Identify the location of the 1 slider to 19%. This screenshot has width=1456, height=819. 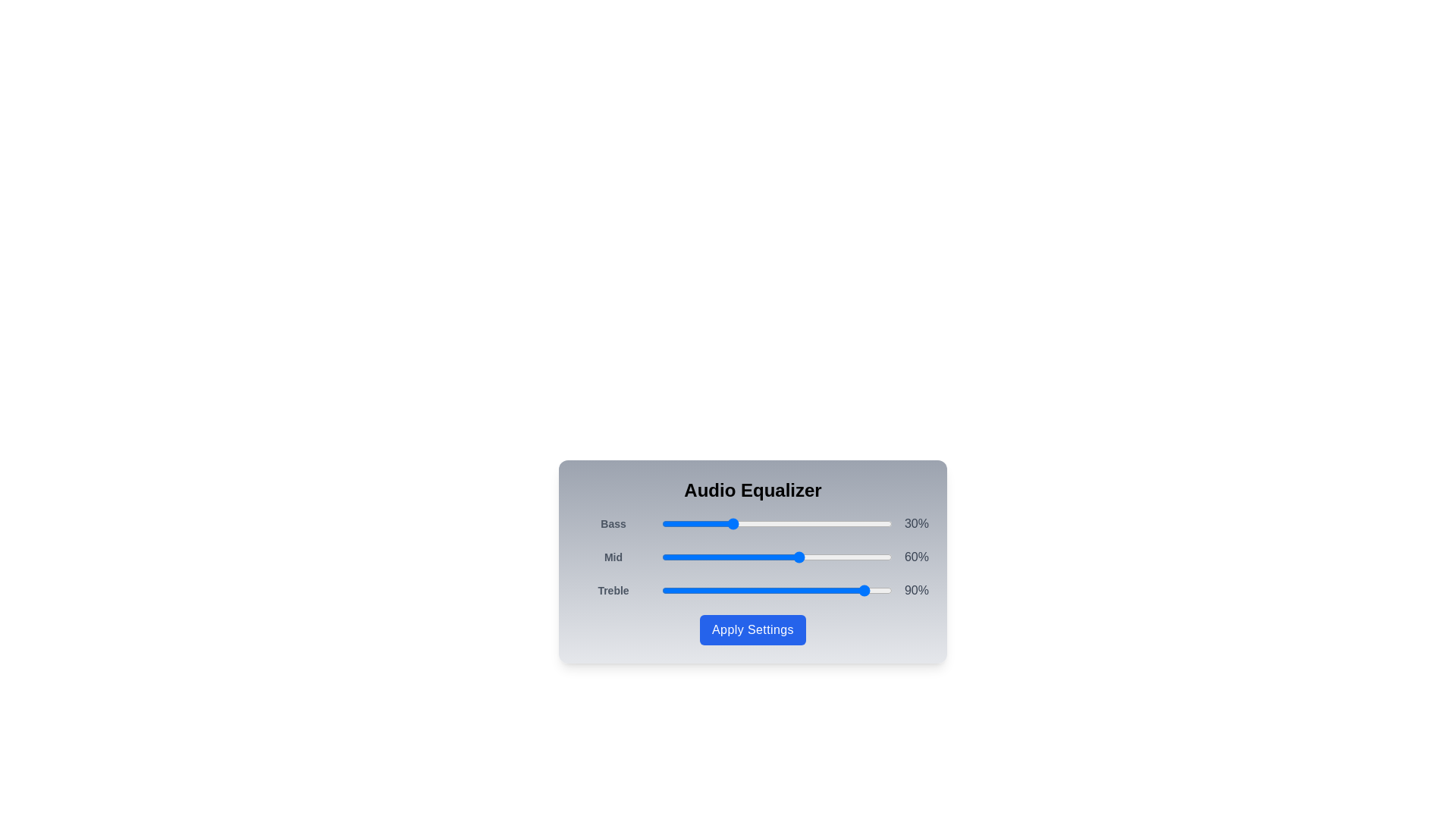
(704, 557).